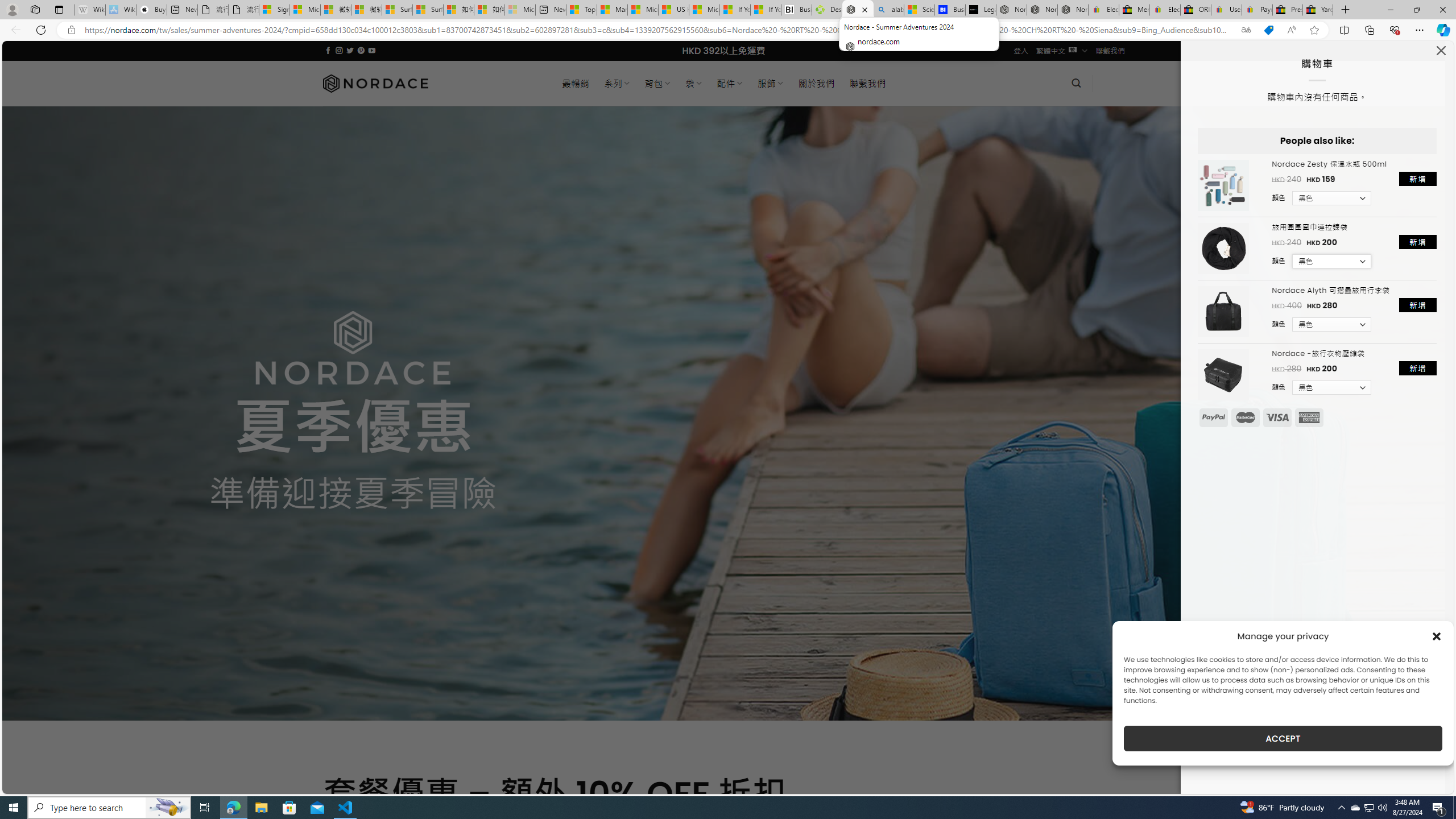  Describe the element at coordinates (304, 9) in the screenshot. I see `'Microsoft Services Agreement'` at that location.